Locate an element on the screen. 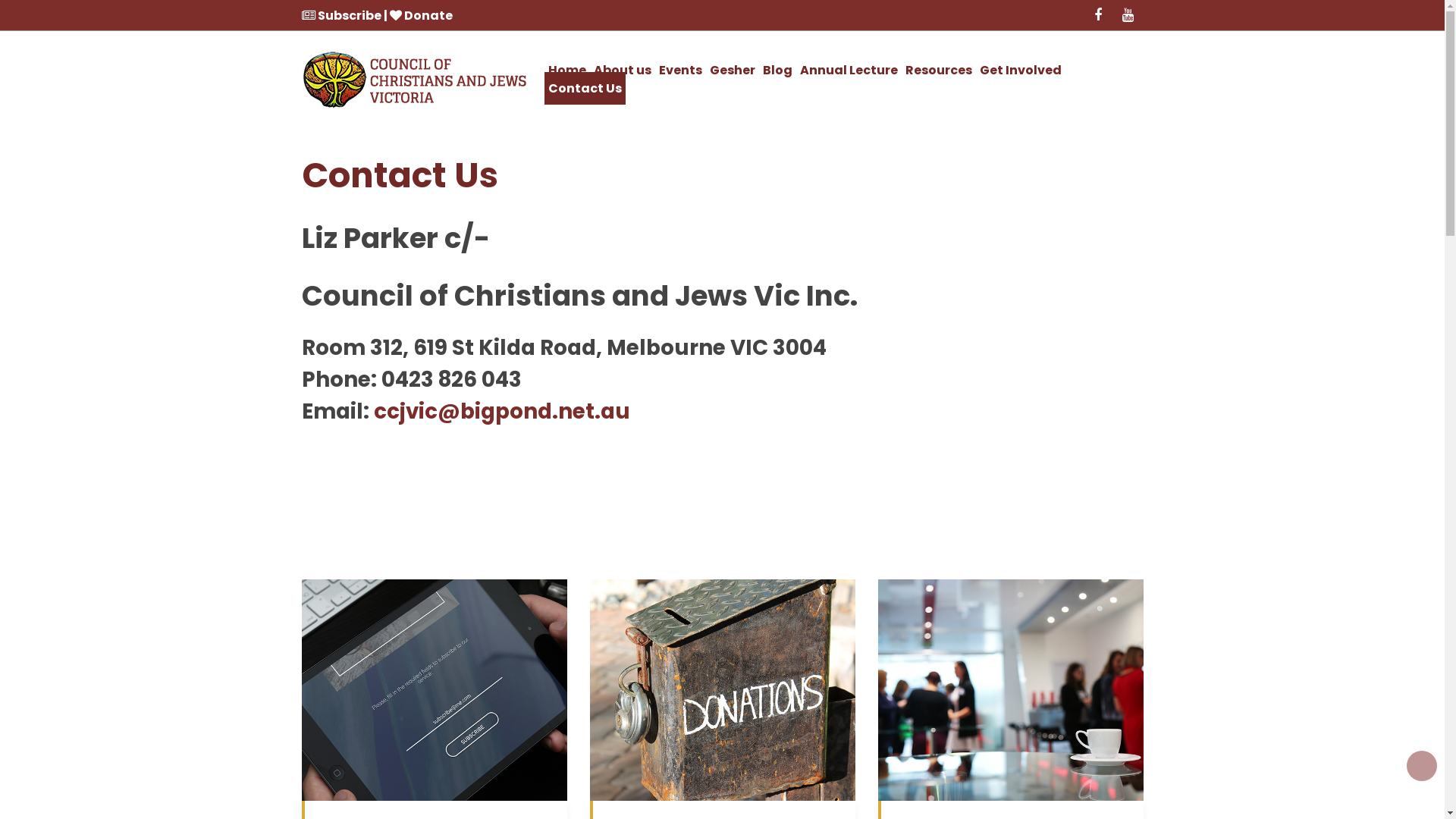 The image size is (1456, 819). 'Events' is located at coordinates (679, 70).